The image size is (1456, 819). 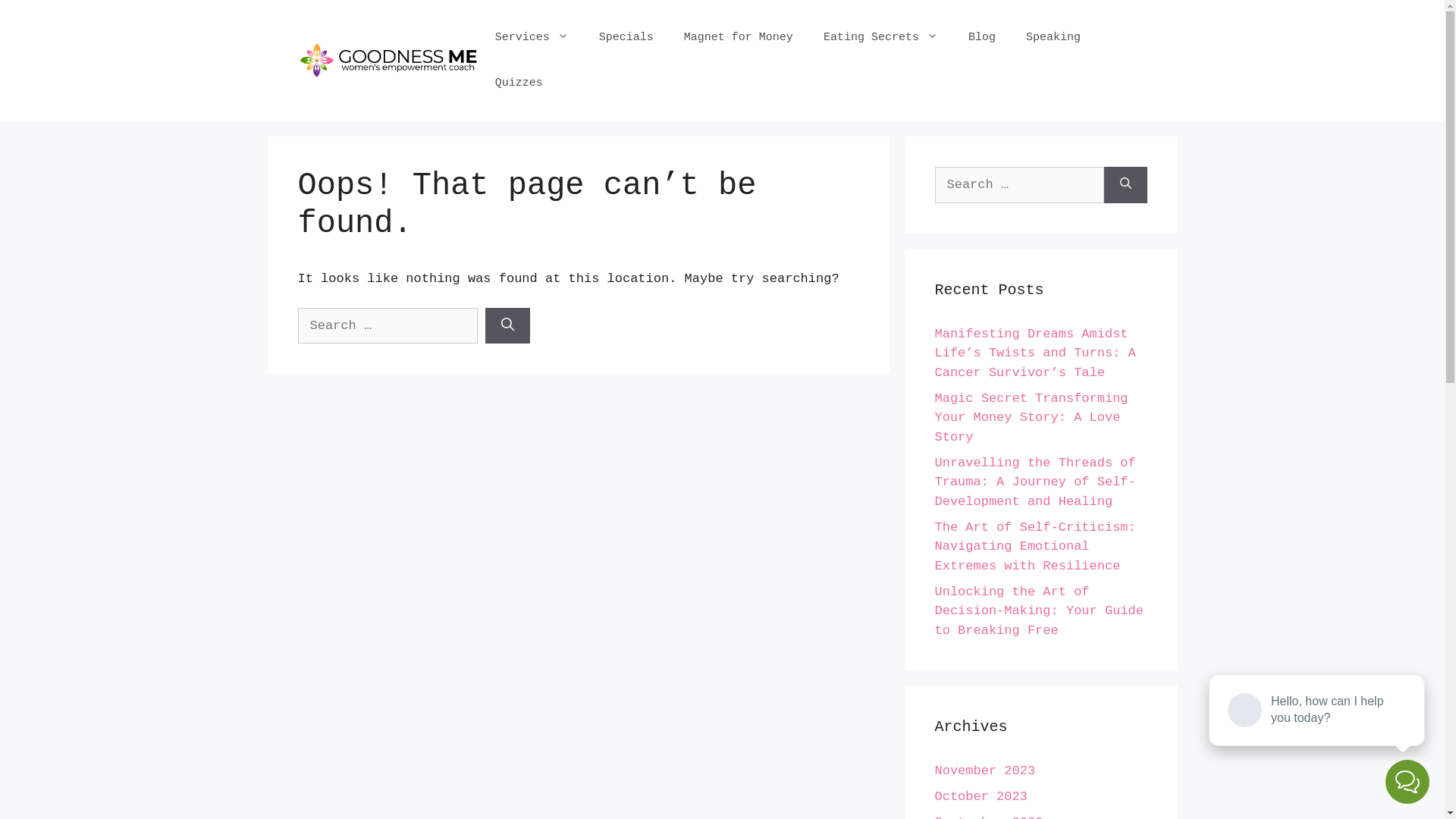 I want to click on 'Services', so click(x=532, y=37).